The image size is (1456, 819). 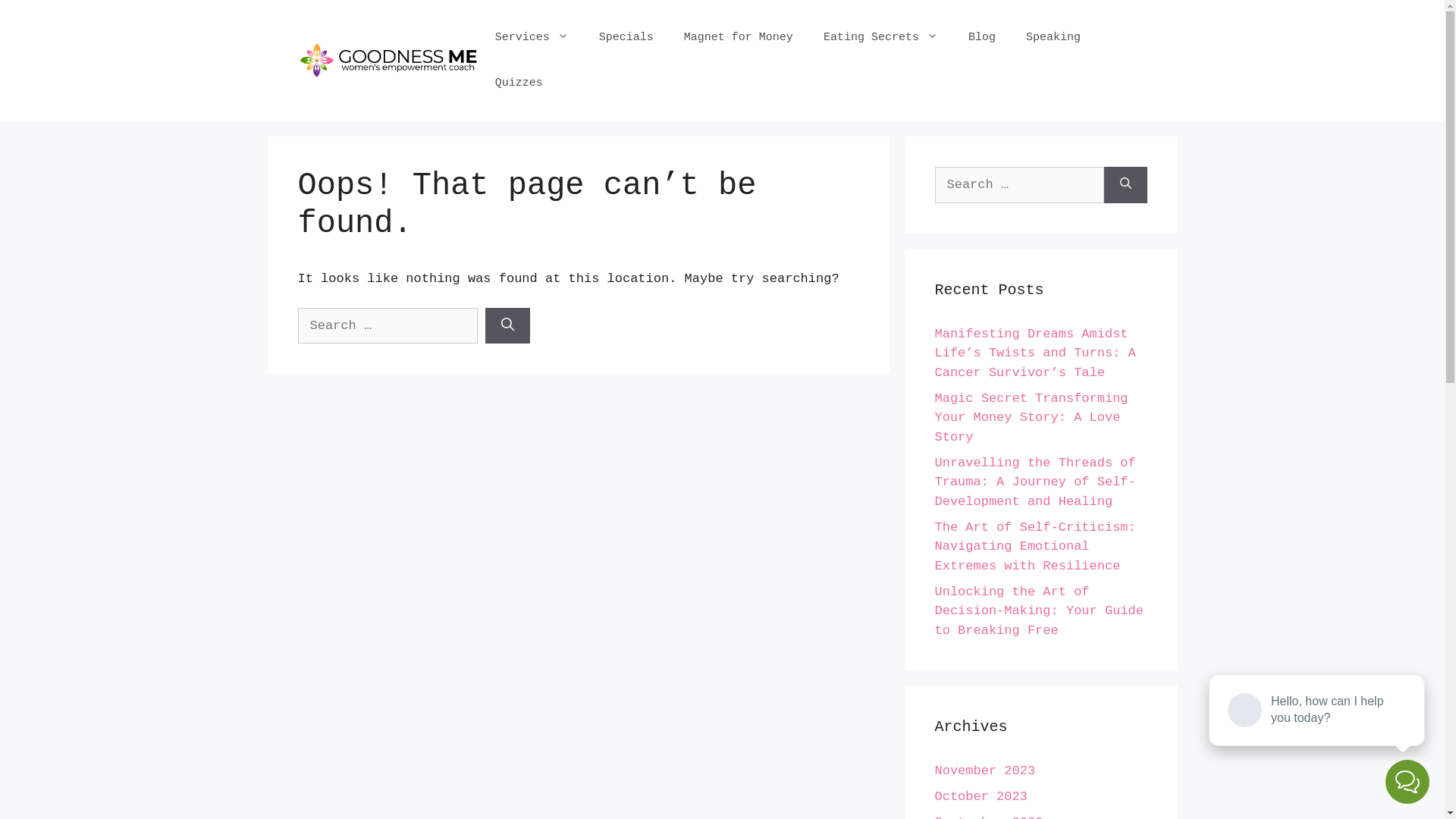 I want to click on 'Services', so click(x=532, y=37).